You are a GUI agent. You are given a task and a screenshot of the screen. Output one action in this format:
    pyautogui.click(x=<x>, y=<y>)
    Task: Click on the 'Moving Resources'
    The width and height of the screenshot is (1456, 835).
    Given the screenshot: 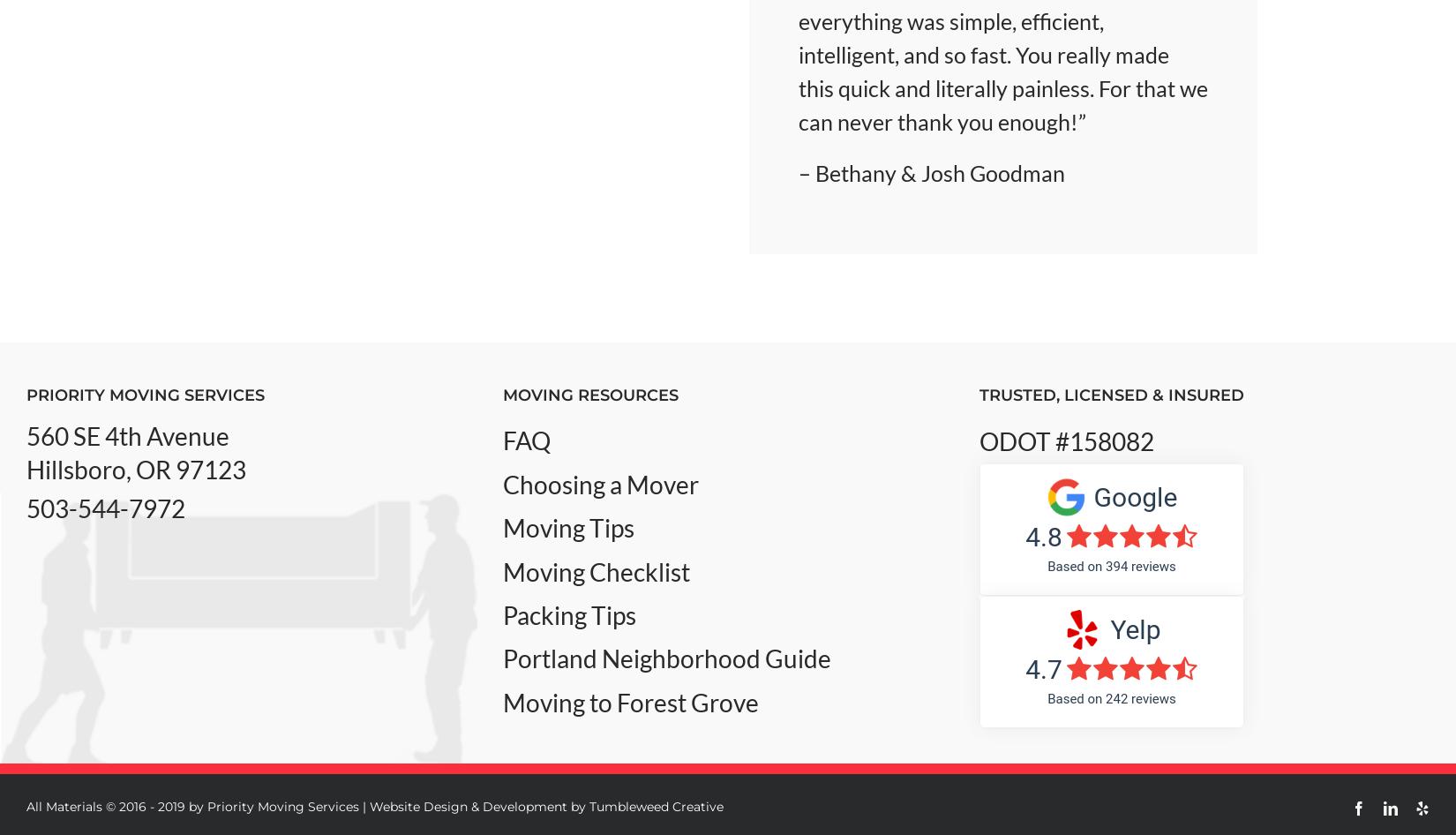 What is the action you would take?
    pyautogui.click(x=589, y=395)
    